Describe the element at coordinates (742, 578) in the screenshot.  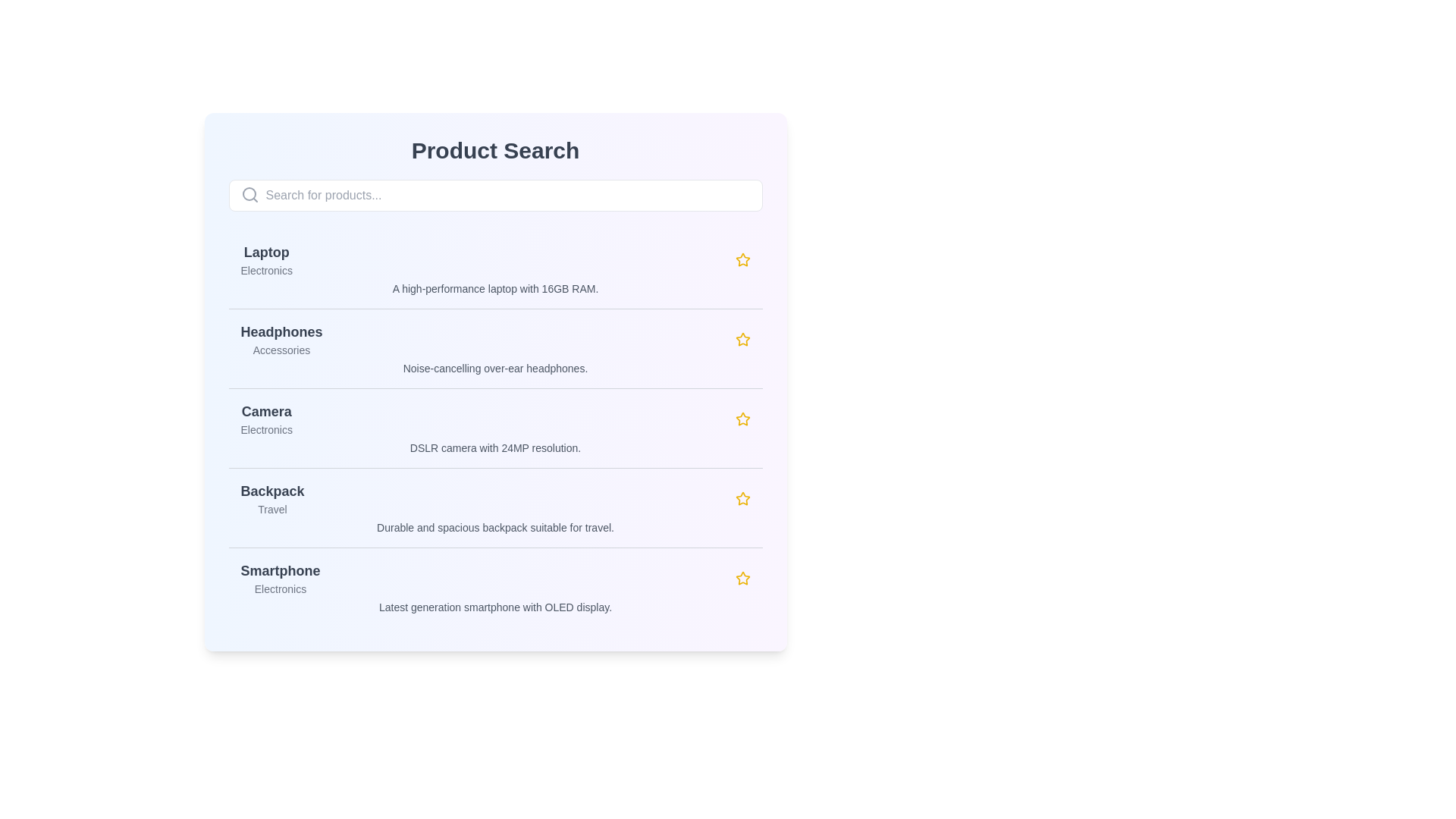
I see `the star icon at the end of the 'Smartphone' item row to mark it as a favorite` at that location.